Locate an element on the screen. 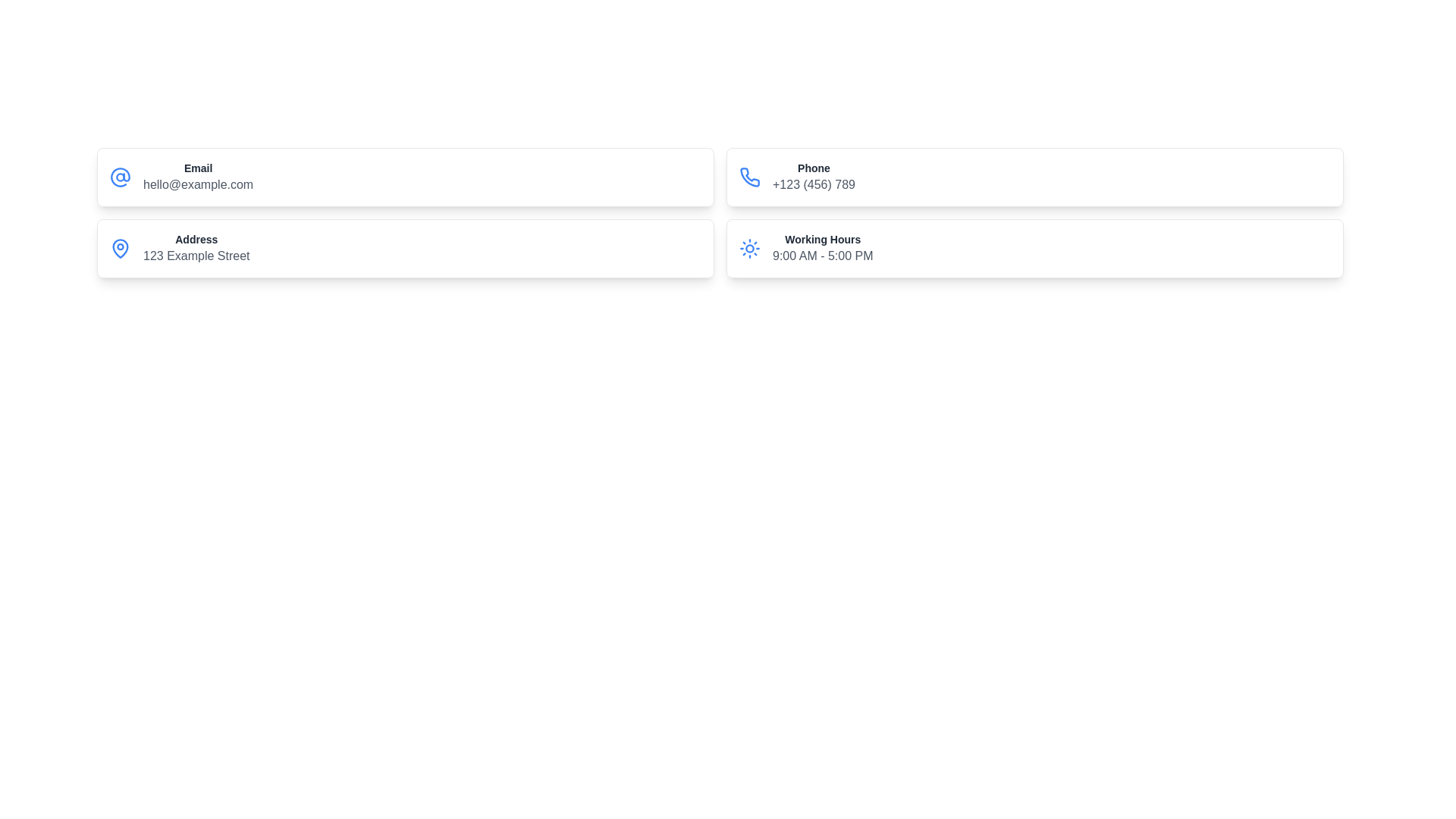 Image resolution: width=1456 pixels, height=819 pixels. the 'Working Hours' text display element, which shows the hours '9:00 AM - 5:00 PM' below the heading, located in the bottom-right section of the layout is located at coordinates (822, 247).